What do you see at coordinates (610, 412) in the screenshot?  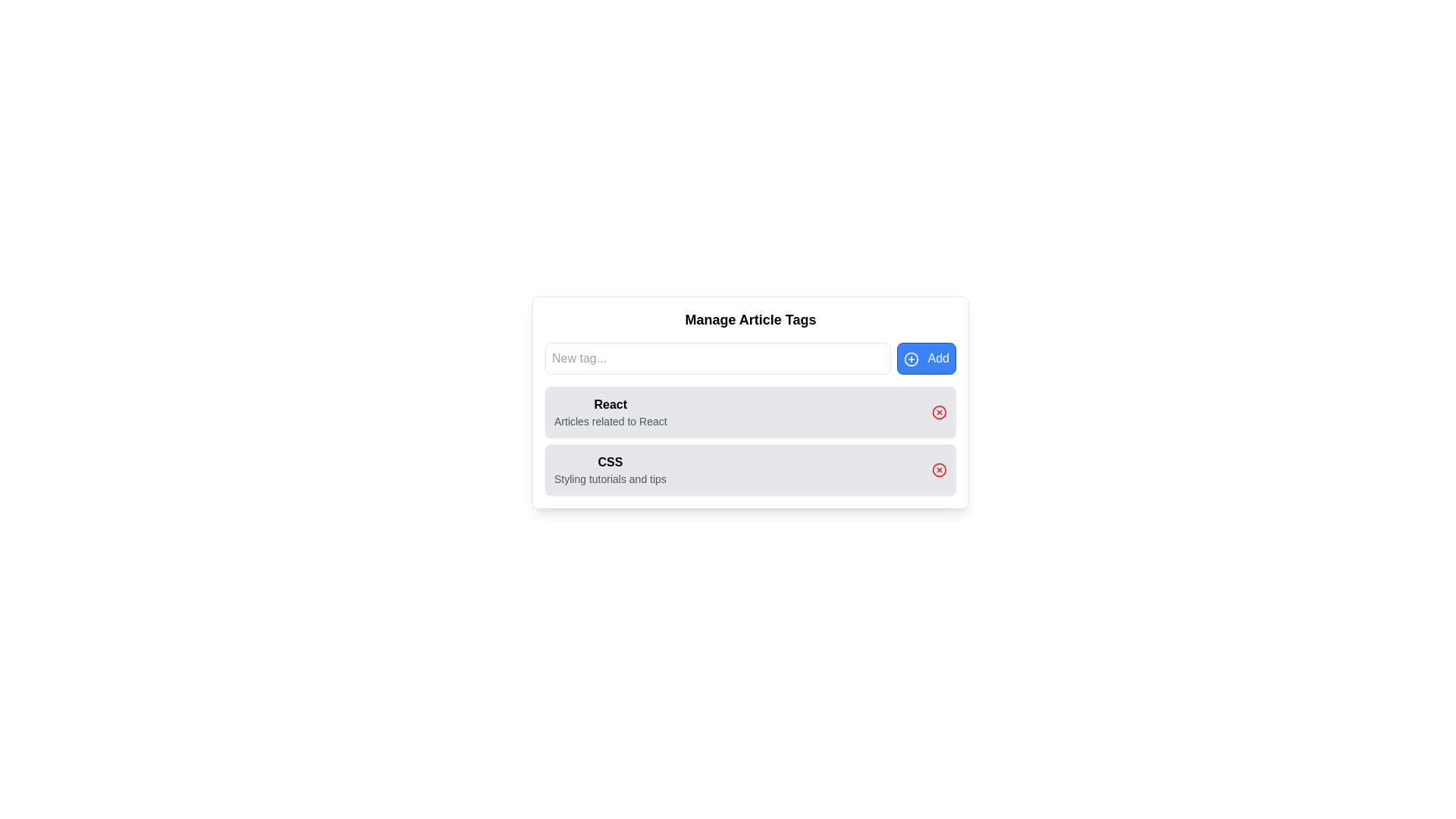 I see `text of the first item in the 'Manage Article Tags' interface, which displays 'React' in bold and 'Articles related to React' in a smaller font` at bounding box center [610, 412].